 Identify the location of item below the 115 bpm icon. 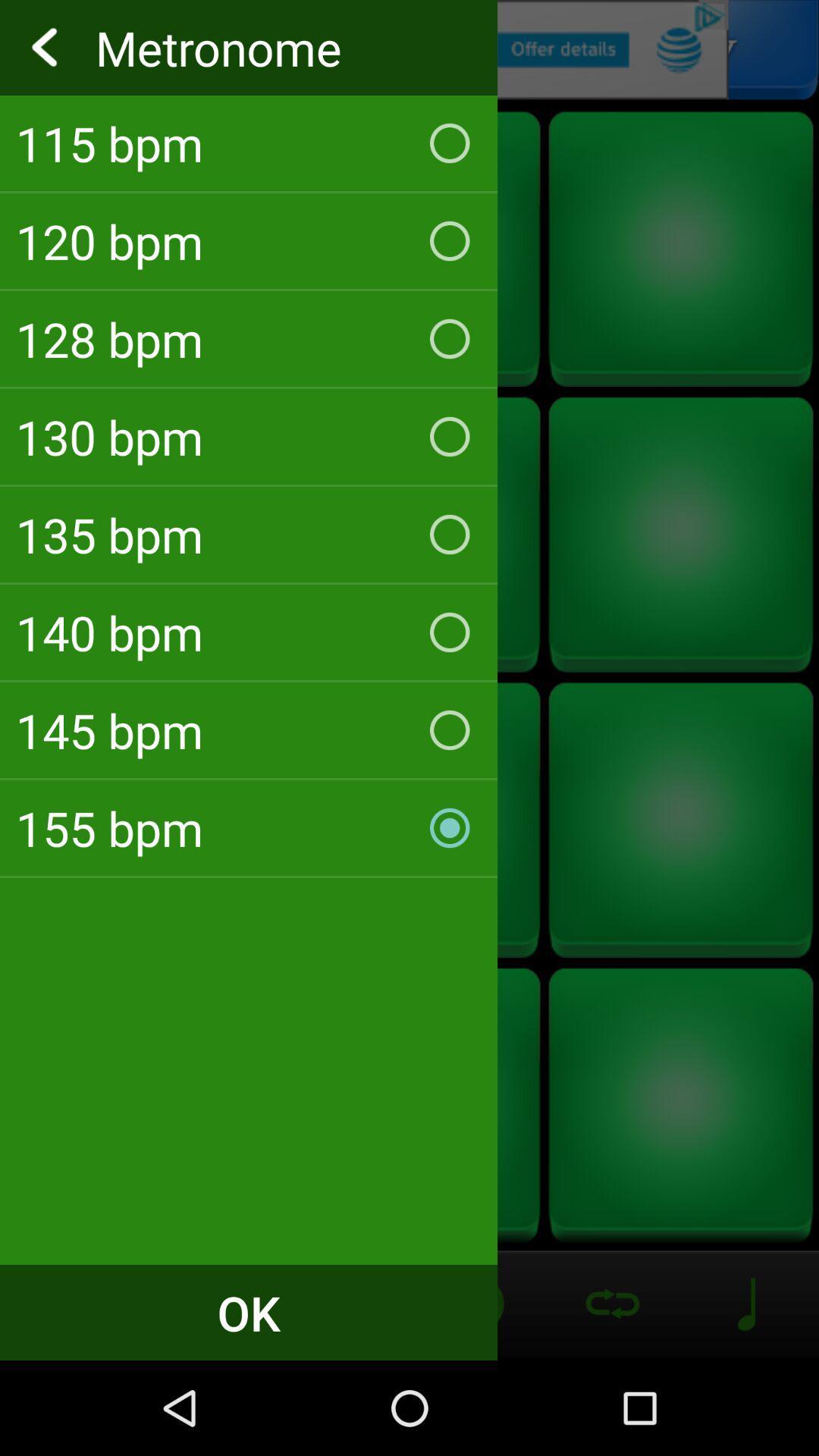
(248, 240).